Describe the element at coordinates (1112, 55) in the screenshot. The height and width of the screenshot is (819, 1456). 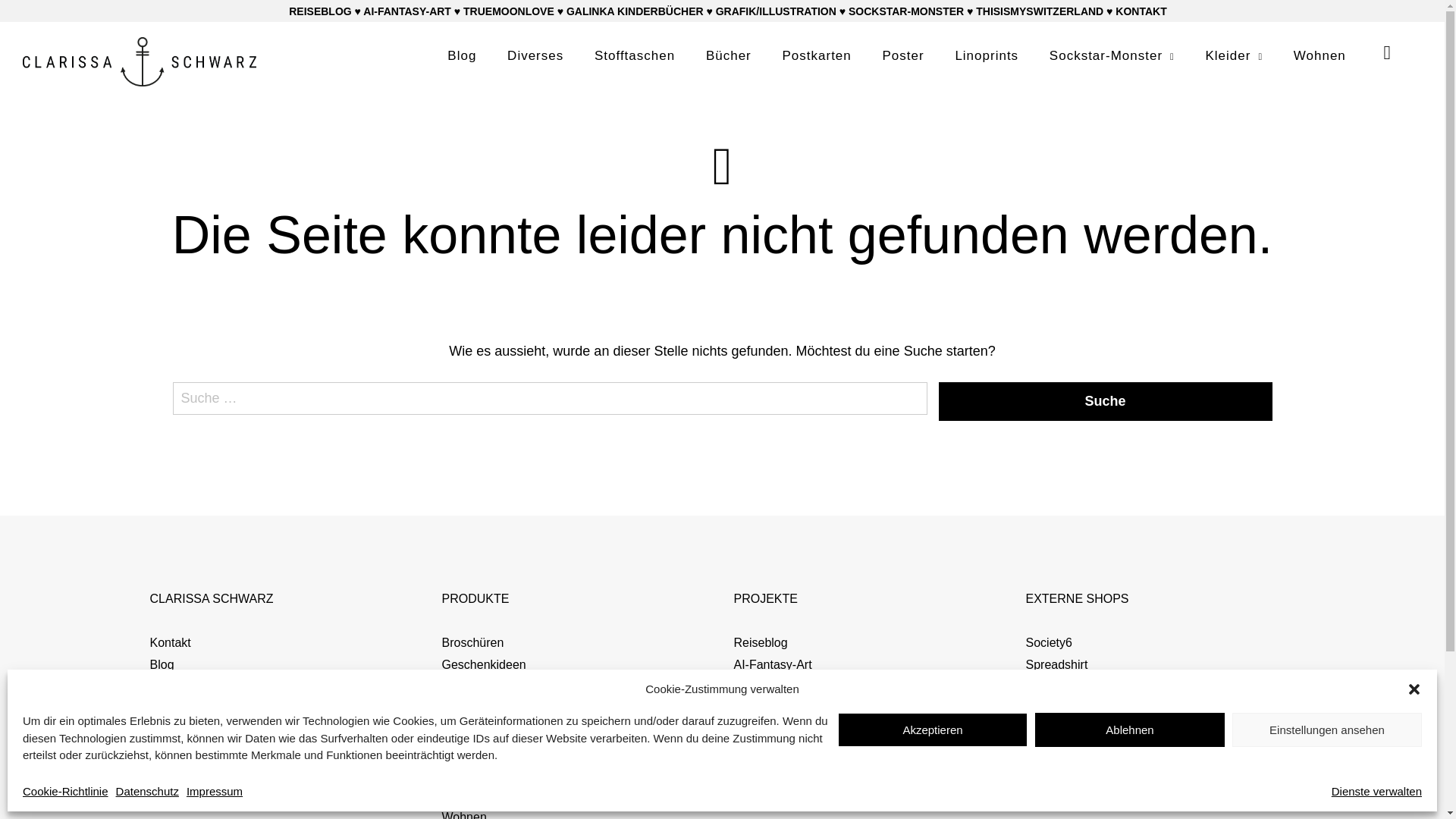
I see `'Sockstar-Monster'` at that location.